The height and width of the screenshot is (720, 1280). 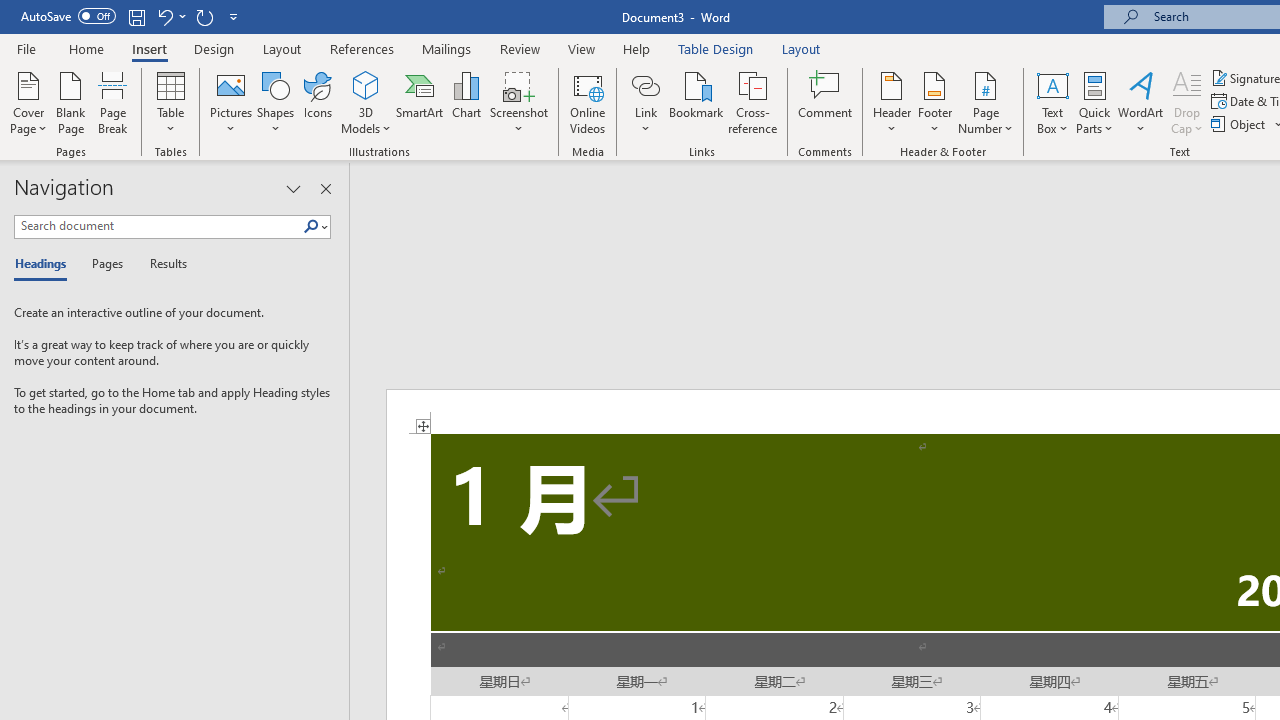 I want to click on 'Comment', so click(x=825, y=103).